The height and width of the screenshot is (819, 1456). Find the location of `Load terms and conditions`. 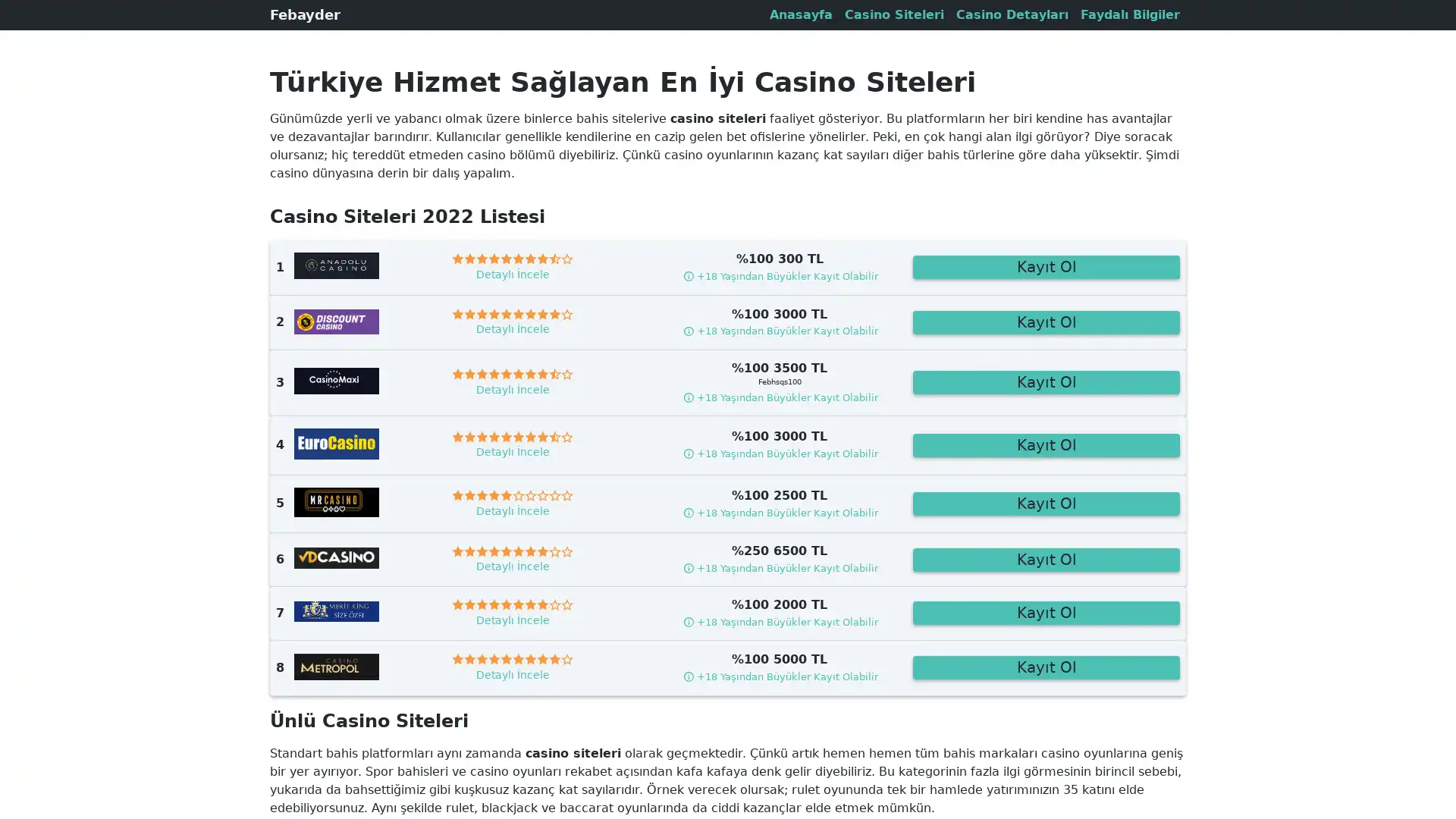

Load terms and conditions is located at coordinates (779, 621).